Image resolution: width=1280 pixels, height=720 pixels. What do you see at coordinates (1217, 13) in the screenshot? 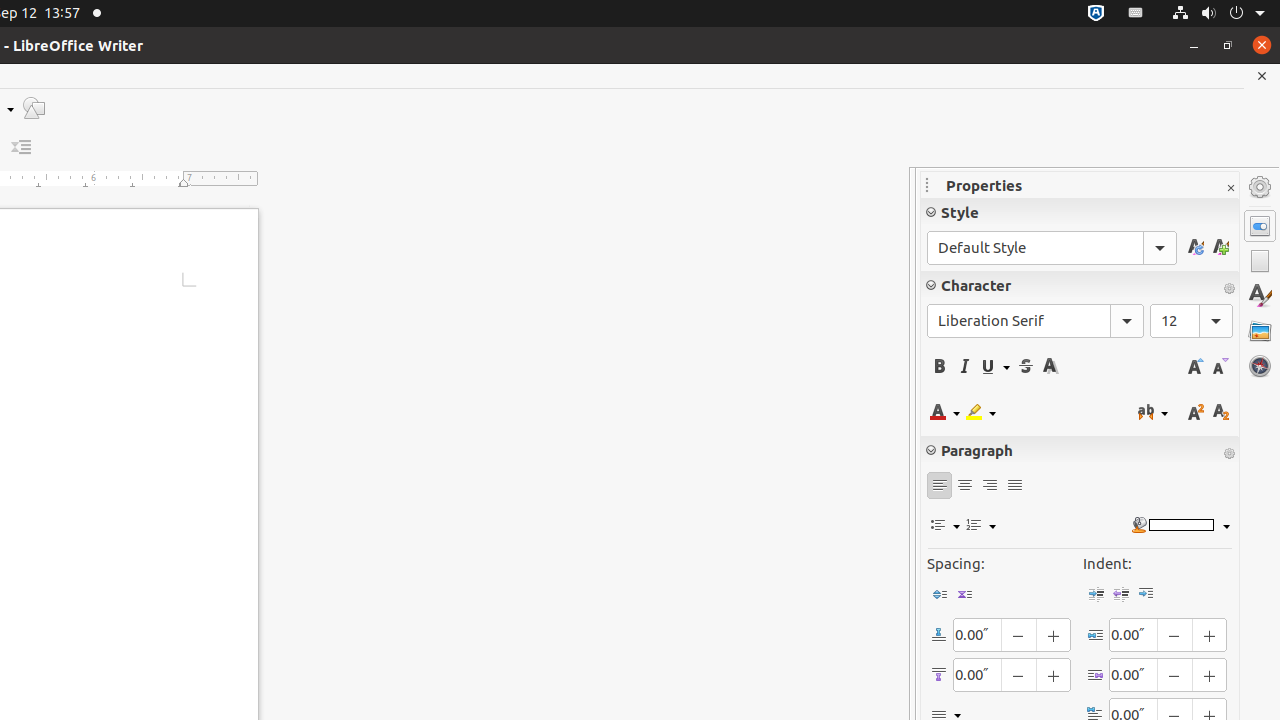
I see `'System'` at bounding box center [1217, 13].